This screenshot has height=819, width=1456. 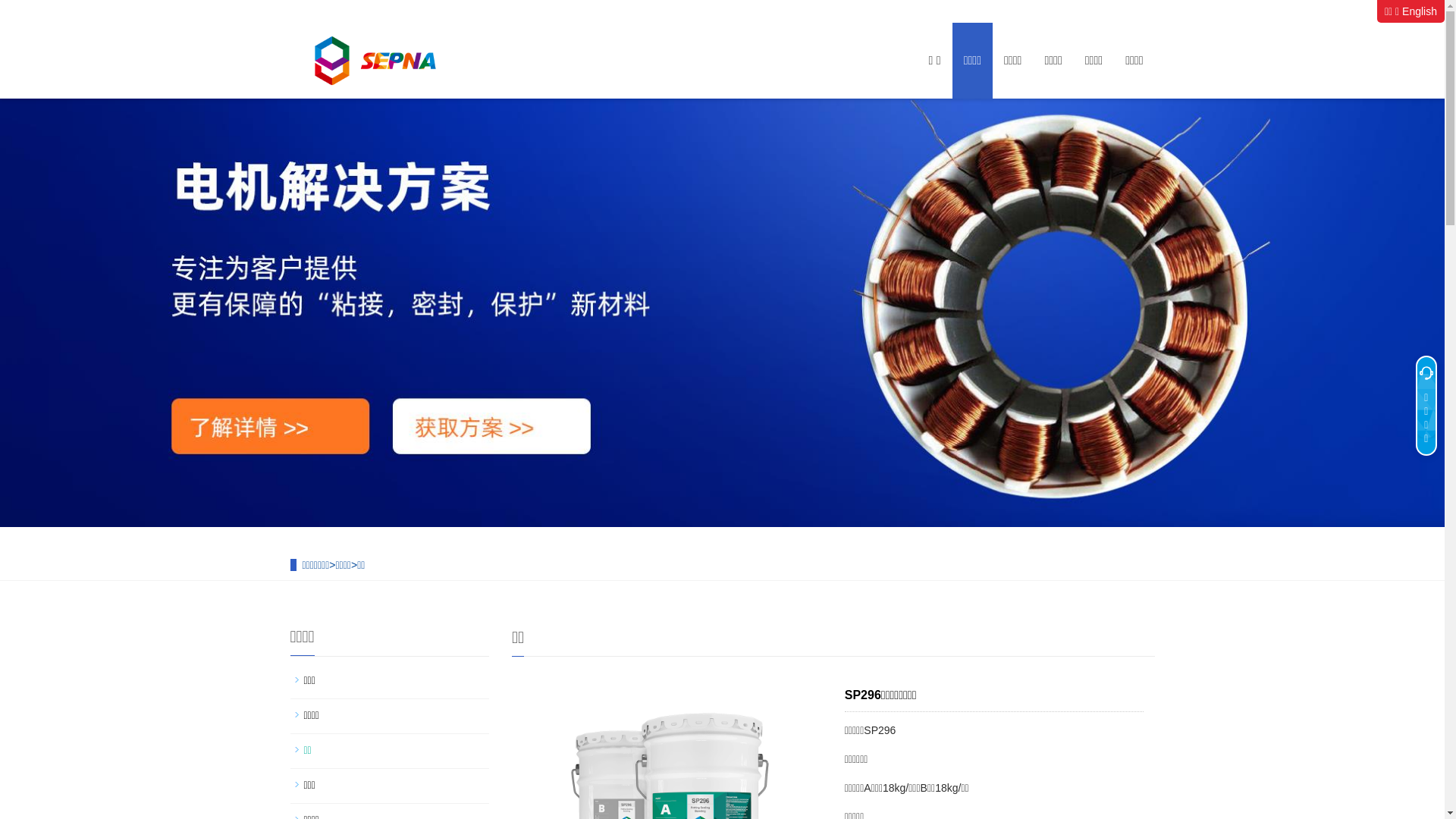 I want to click on 'English', so click(x=1419, y=11).